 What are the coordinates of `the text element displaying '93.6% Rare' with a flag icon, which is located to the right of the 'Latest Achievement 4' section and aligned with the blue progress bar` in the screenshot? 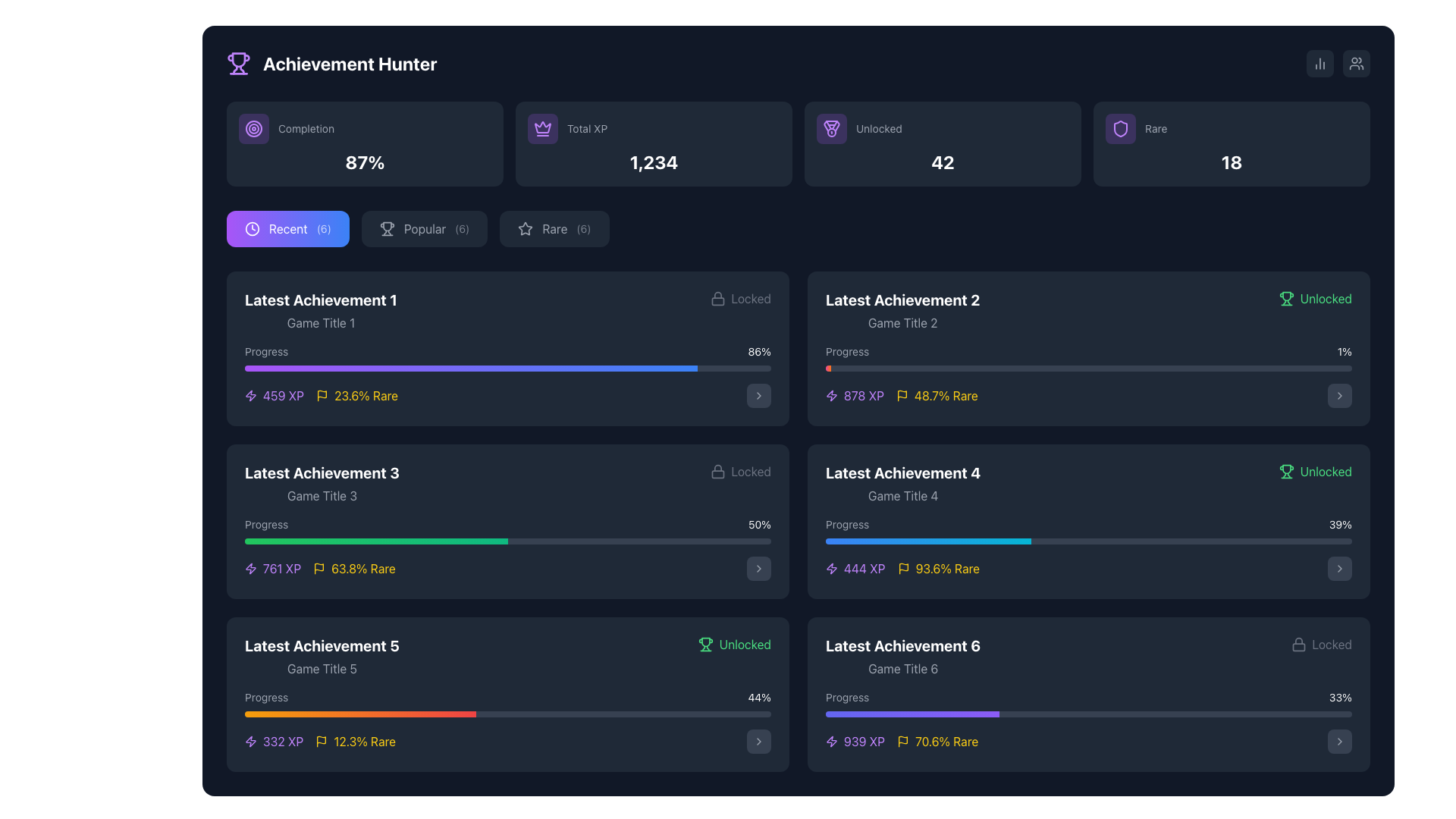 It's located at (937, 568).